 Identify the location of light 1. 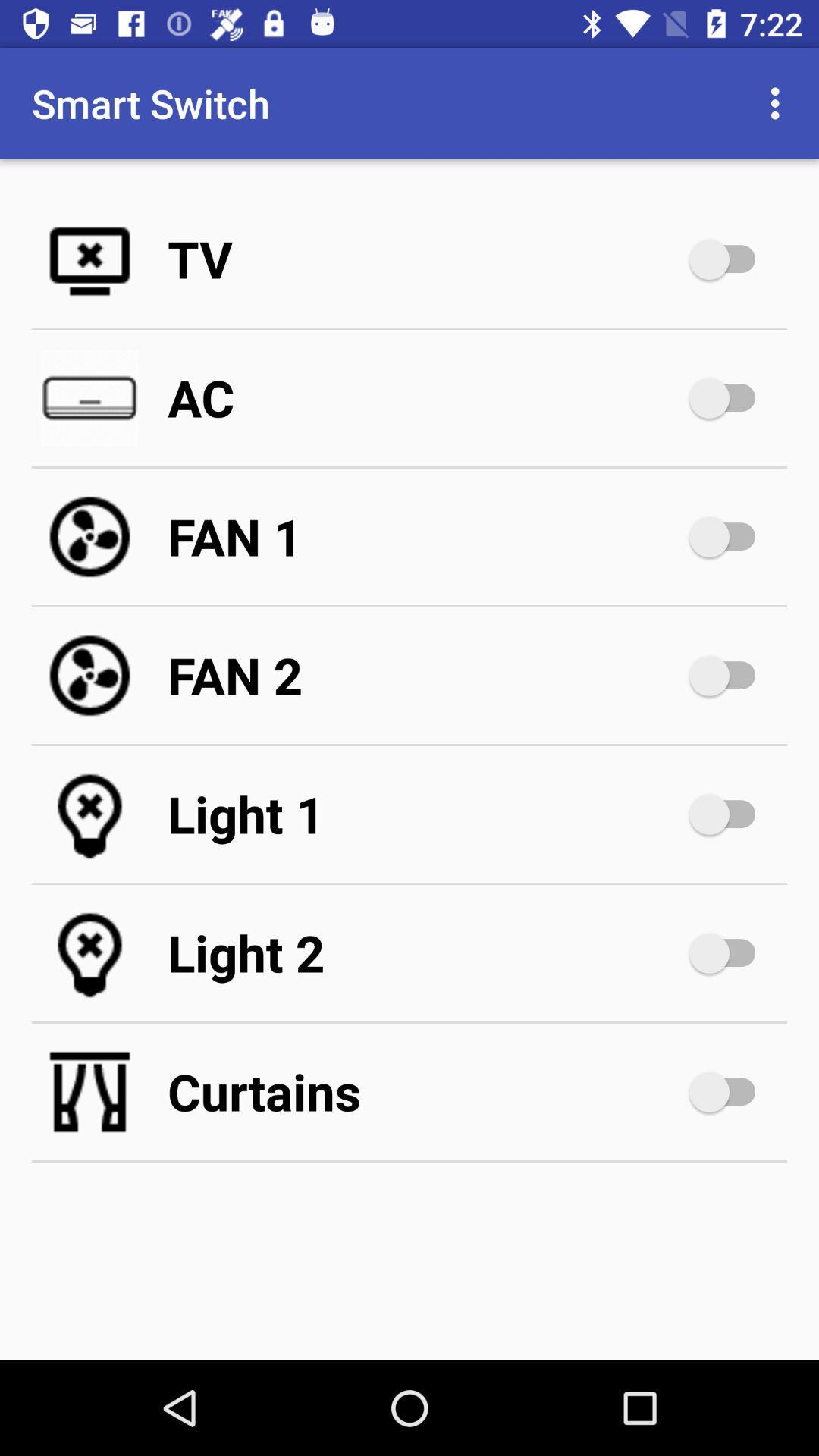
(425, 814).